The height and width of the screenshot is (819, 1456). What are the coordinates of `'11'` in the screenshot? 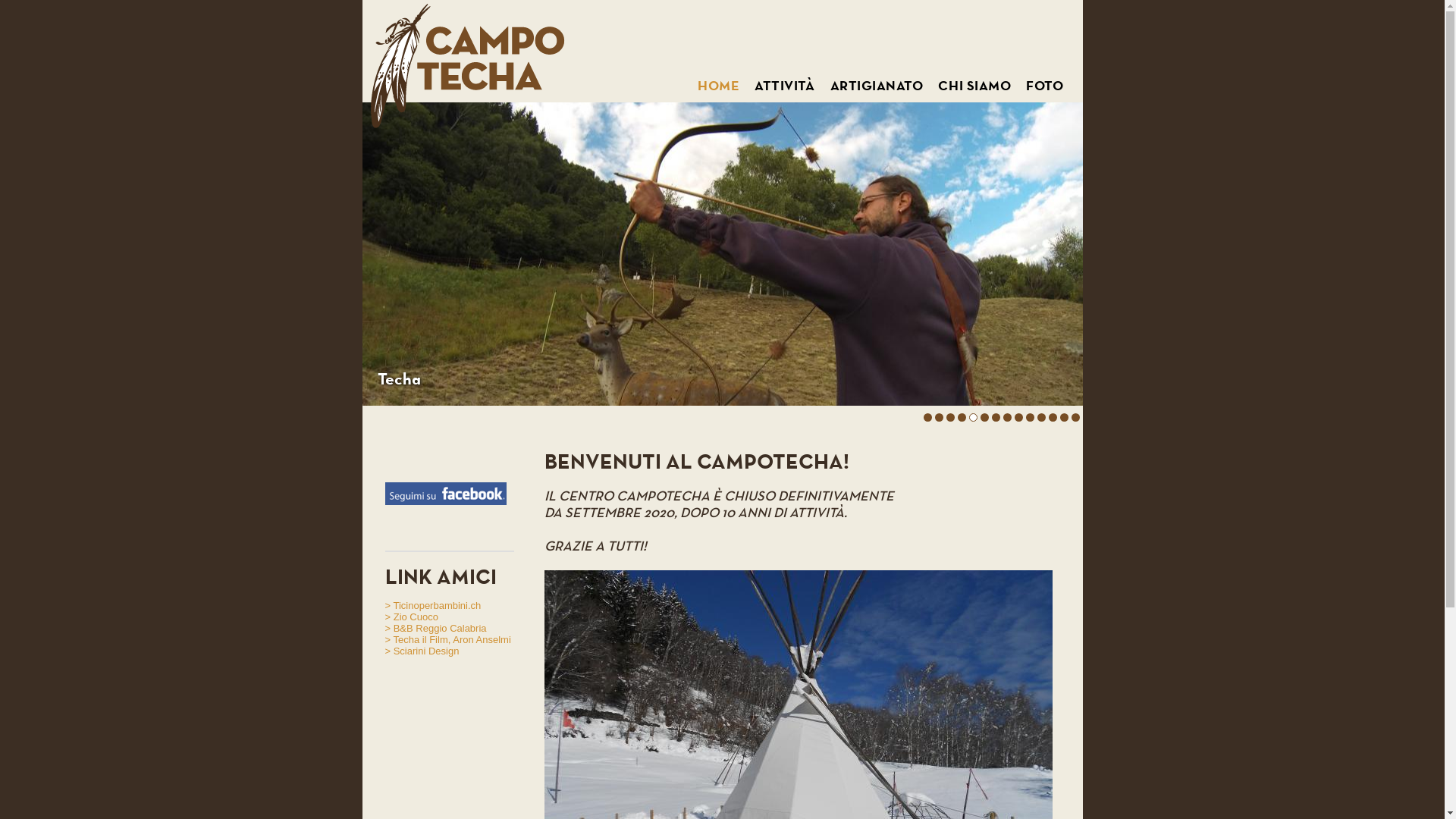 It's located at (1043, 419).